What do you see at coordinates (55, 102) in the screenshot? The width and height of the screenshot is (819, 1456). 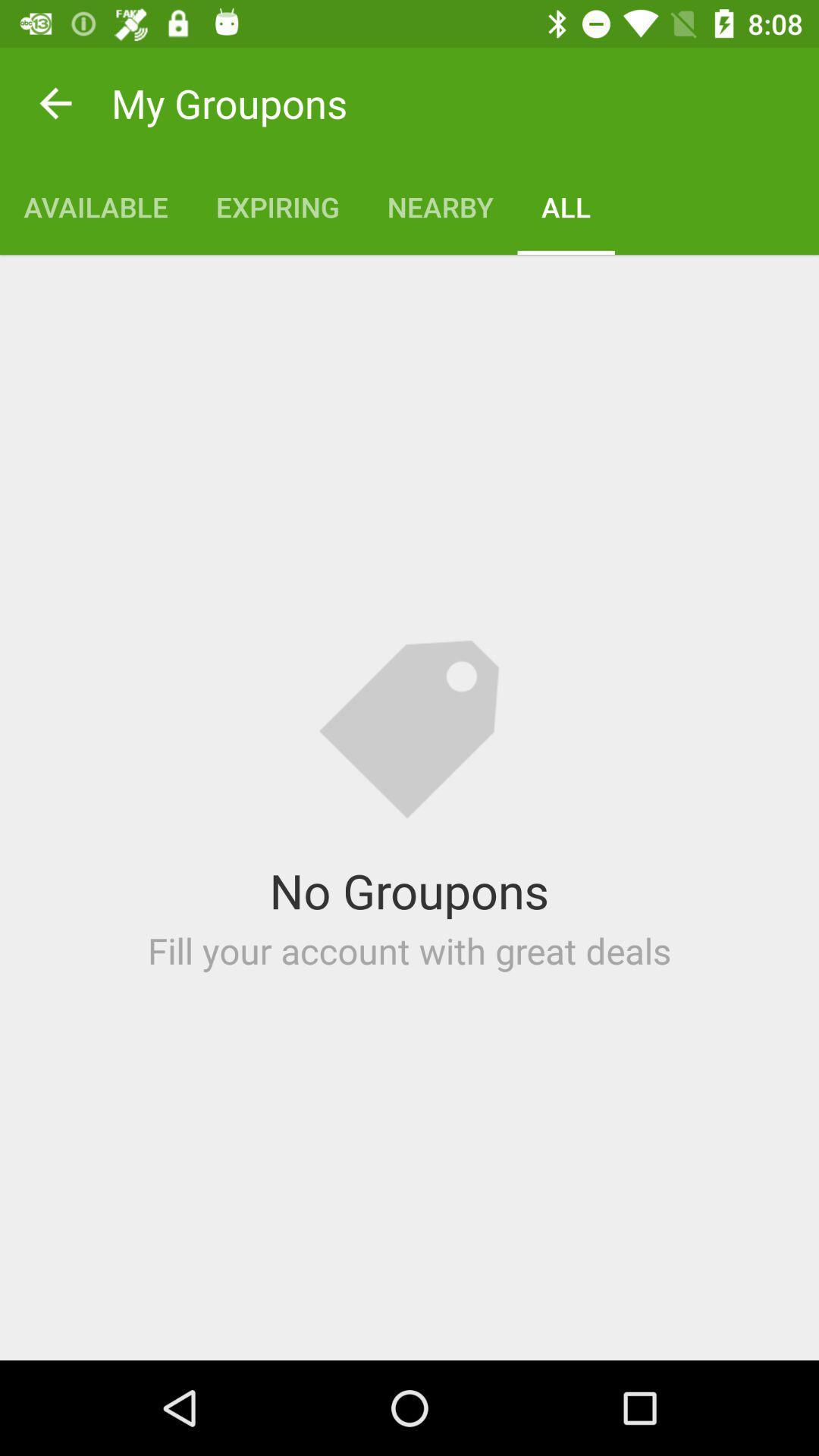 I see `the item above the available` at bounding box center [55, 102].